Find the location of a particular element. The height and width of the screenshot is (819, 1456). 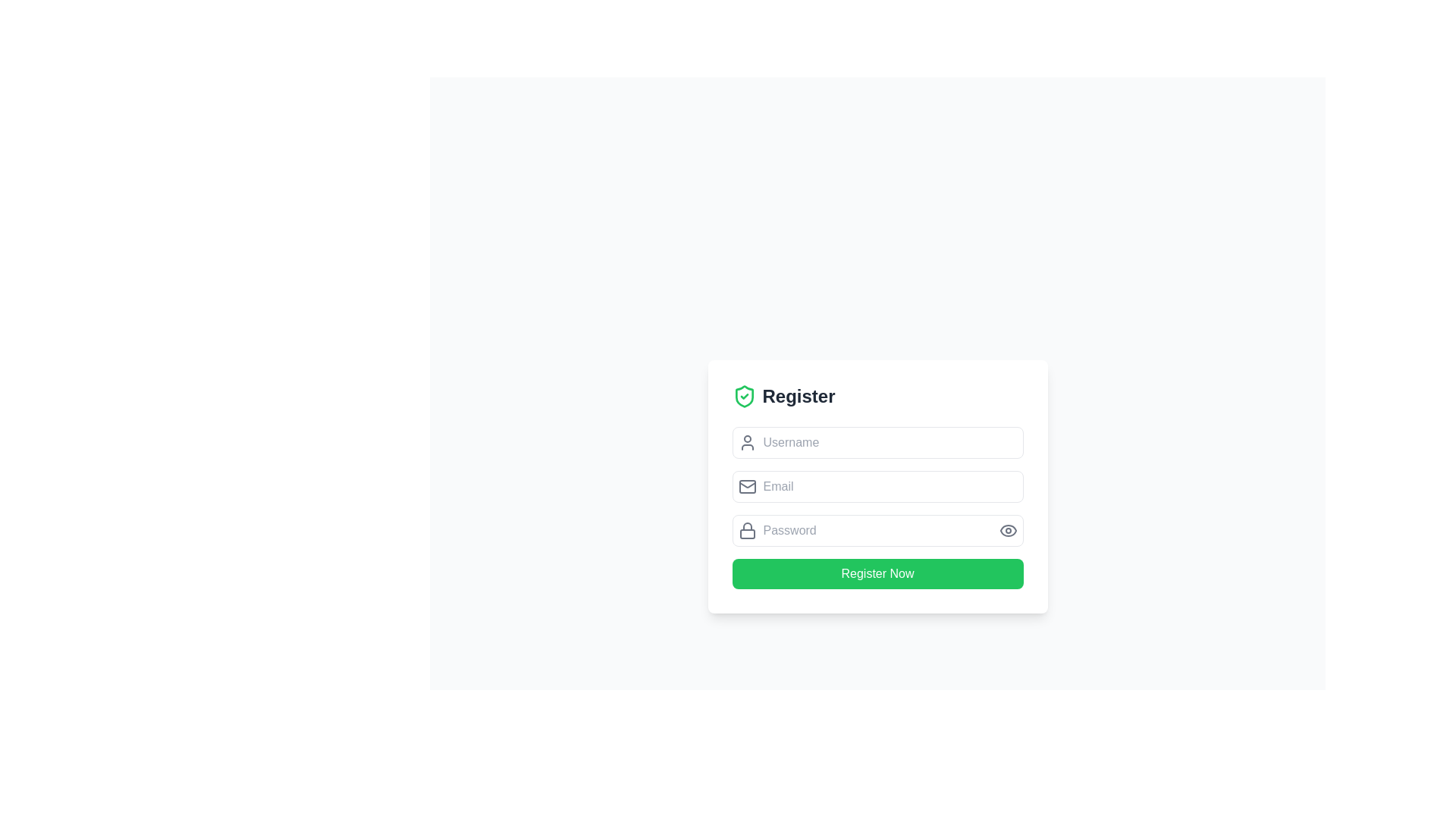

the decorative icon indicating safety or successful completion located at the top-left corner of the 'Register' heading is located at coordinates (744, 396).